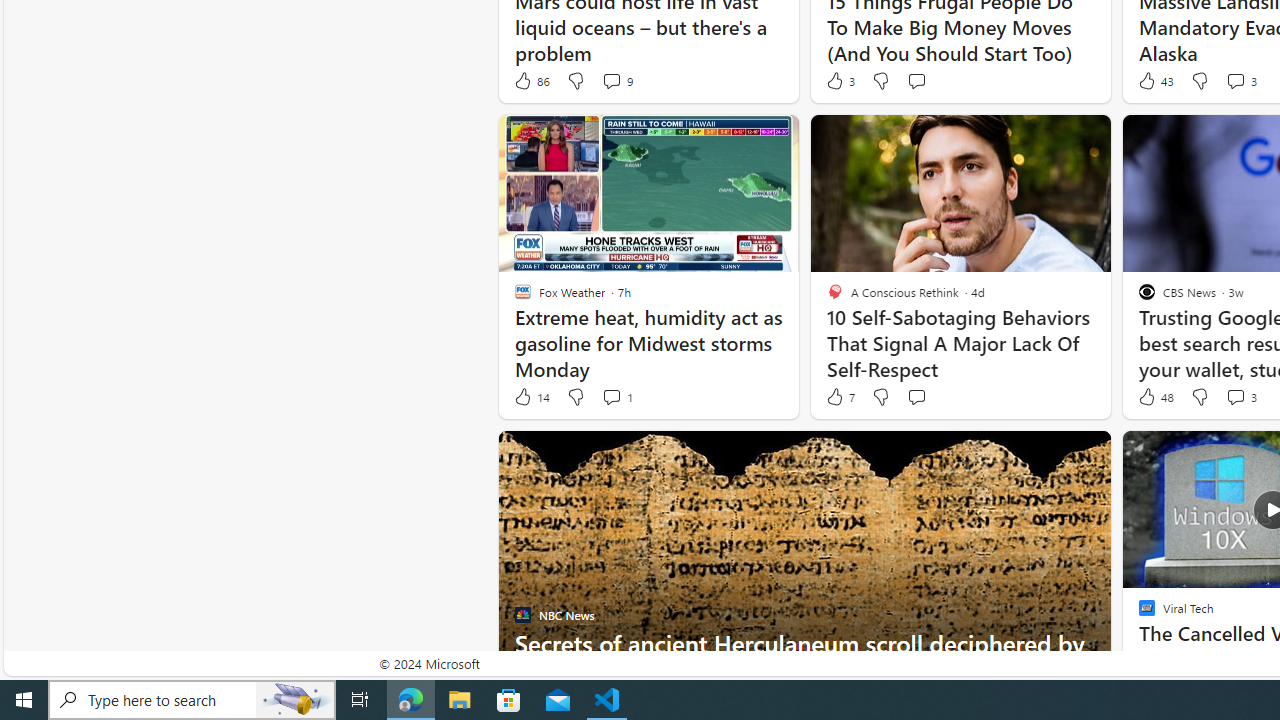  Describe the element at coordinates (610, 80) in the screenshot. I see `'View comments 9 Comment'` at that location.